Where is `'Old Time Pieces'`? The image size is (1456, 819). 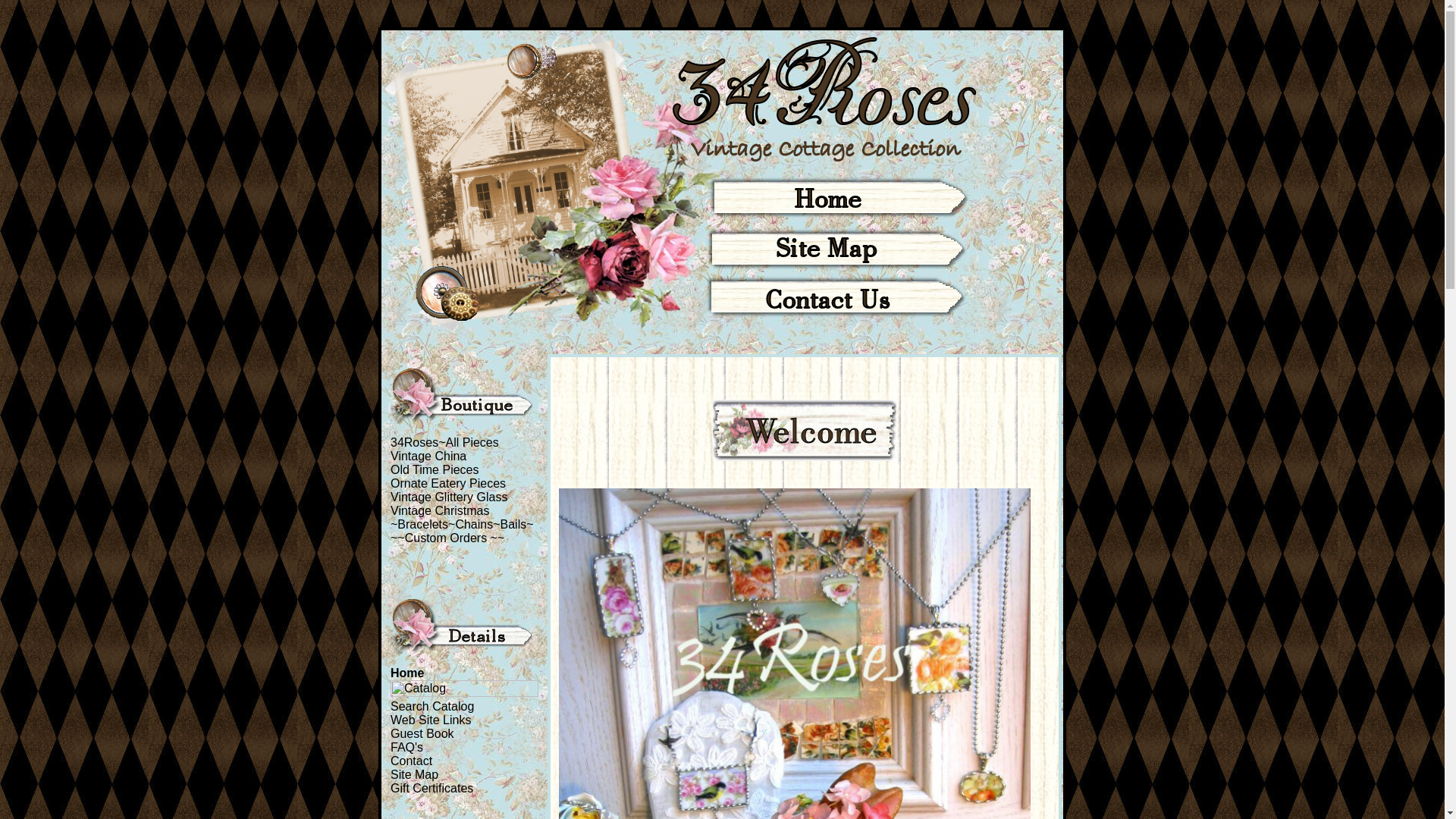
'Old Time Pieces' is located at coordinates (390, 469).